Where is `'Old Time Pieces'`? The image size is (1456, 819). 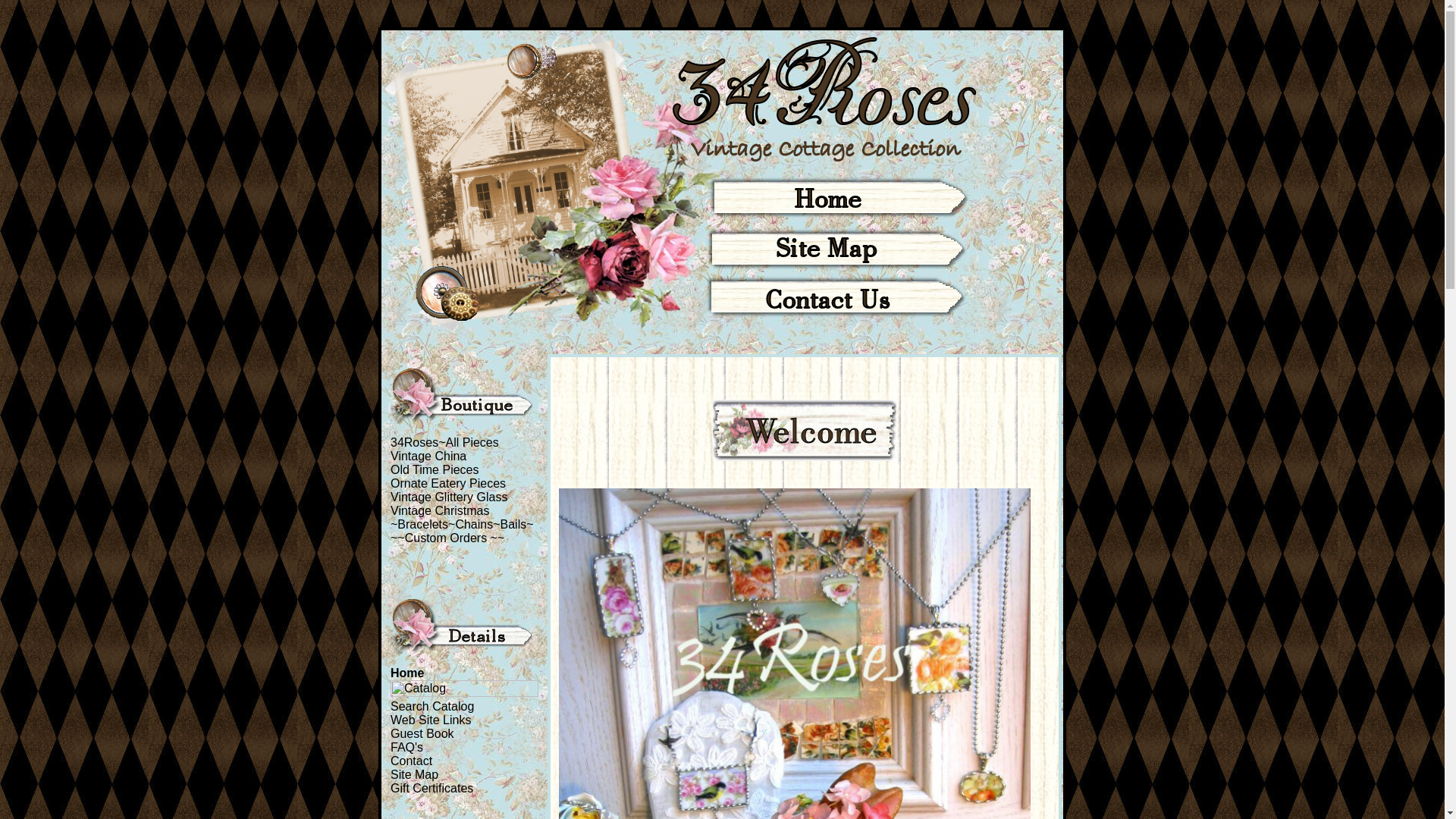
'Old Time Pieces' is located at coordinates (390, 469).